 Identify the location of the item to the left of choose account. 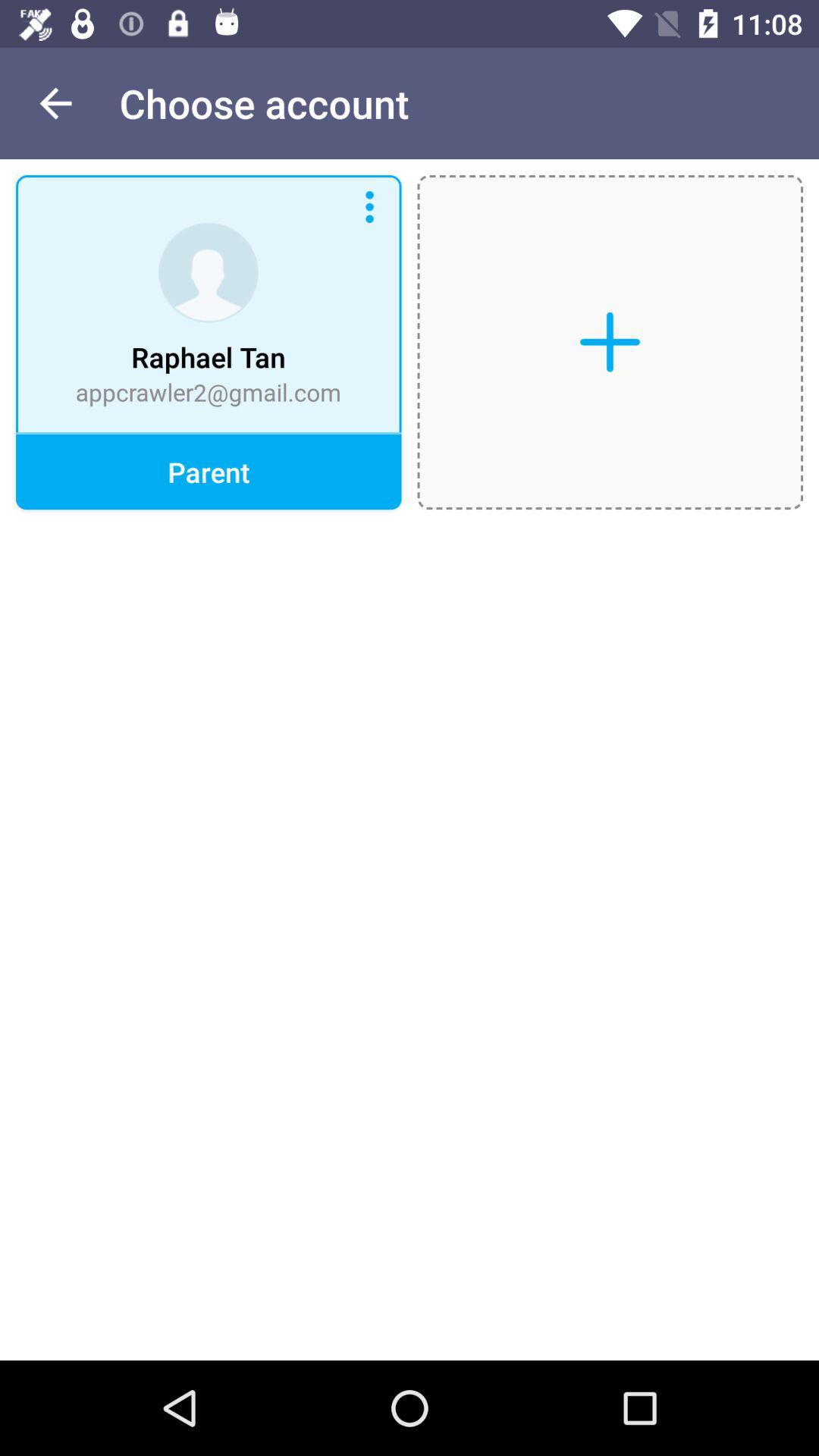
(55, 102).